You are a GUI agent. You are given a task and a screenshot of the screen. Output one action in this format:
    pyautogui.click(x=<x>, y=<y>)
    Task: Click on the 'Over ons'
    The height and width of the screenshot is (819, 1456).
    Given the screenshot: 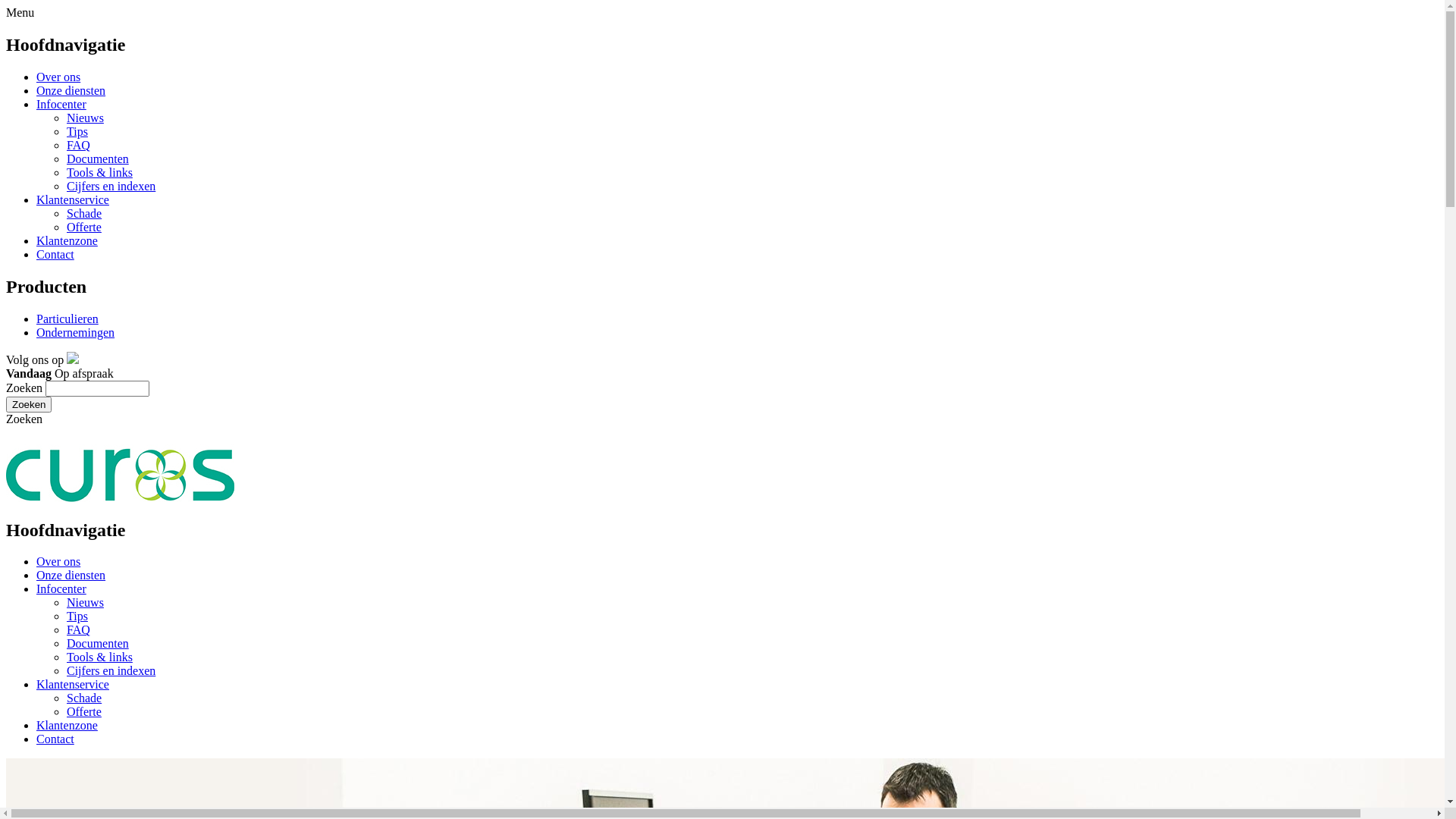 What is the action you would take?
    pyautogui.click(x=58, y=77)
    